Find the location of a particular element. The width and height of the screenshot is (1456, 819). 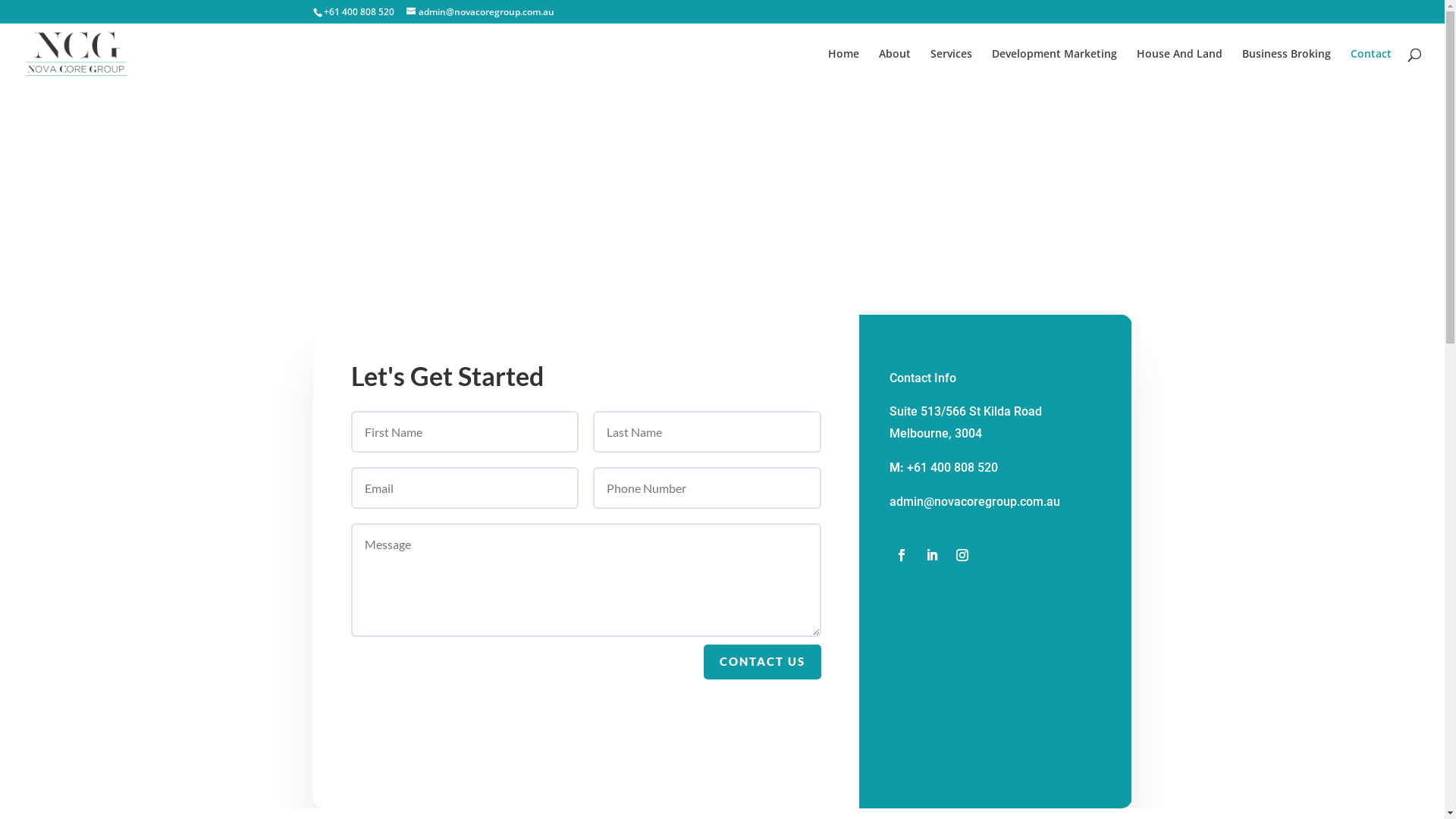

'Development Marketing' is located at coordinates (1053, 65).